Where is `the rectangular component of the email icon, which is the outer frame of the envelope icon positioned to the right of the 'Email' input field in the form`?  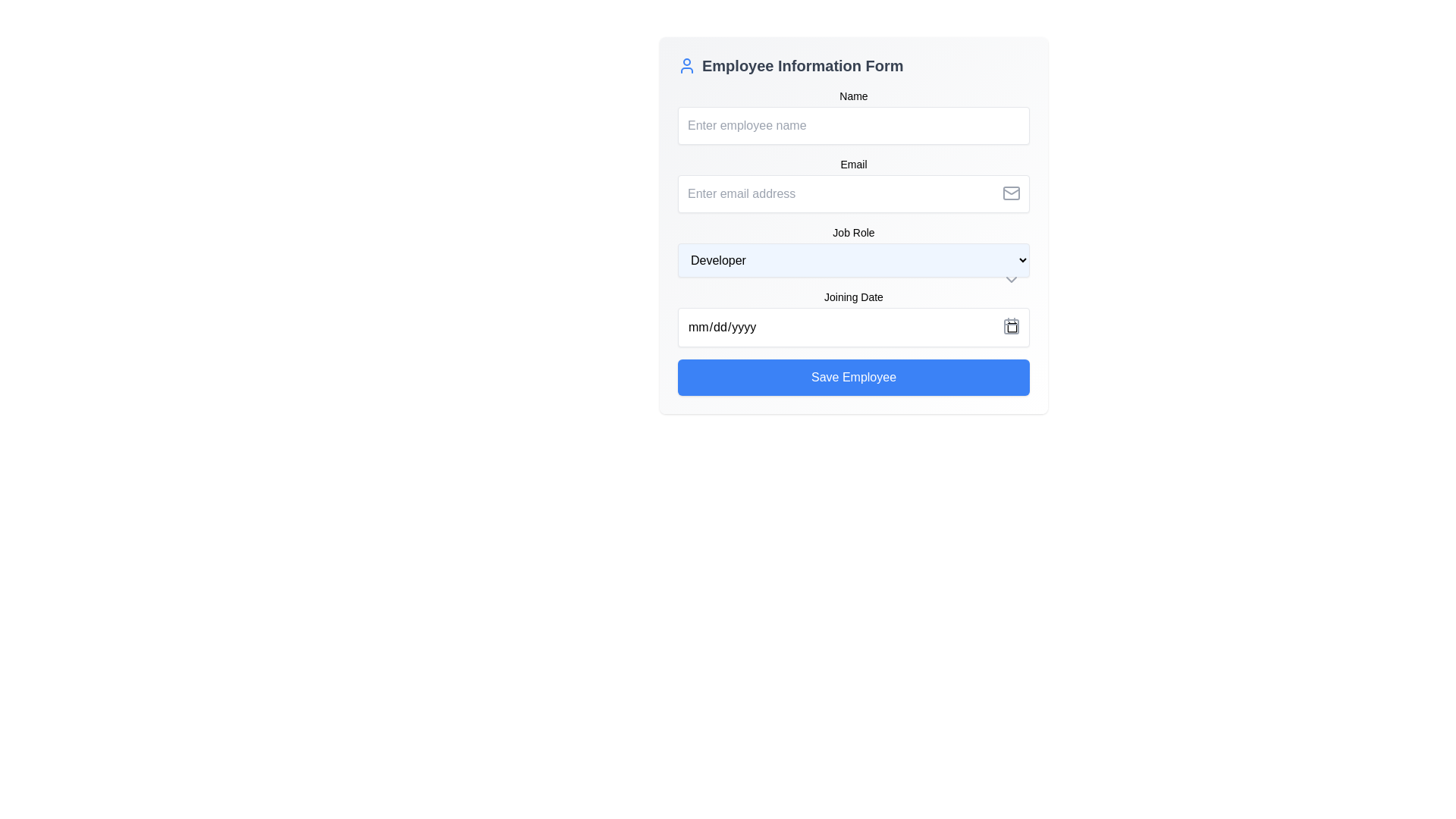 the rectangular component of the email icon, which is the outer frame of the envelope icon positioned to the right of the 'Email' input field in the form is located at coordinates (1012, 192).